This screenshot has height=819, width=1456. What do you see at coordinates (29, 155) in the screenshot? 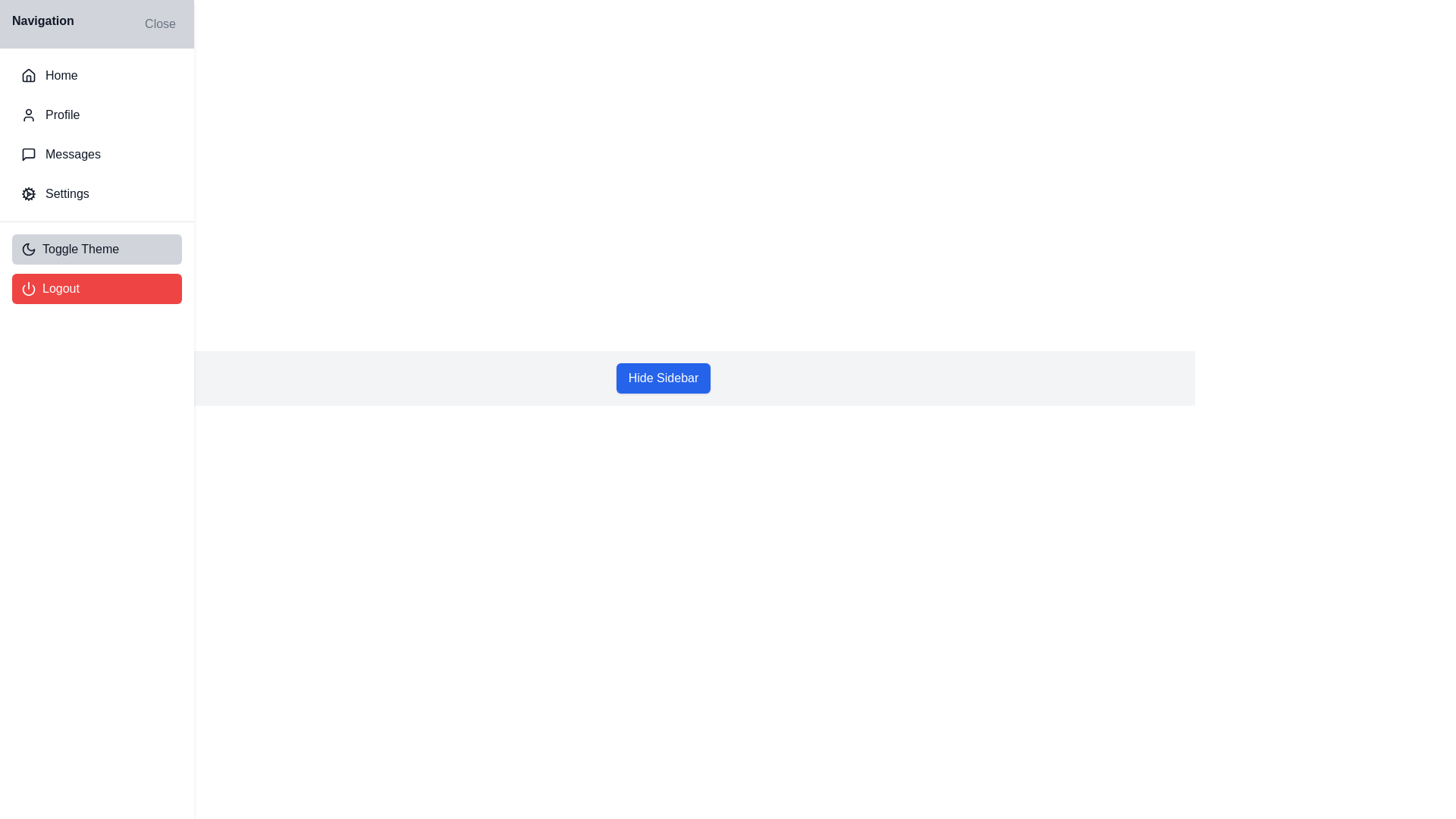
I see `the speech bubble icon in the 'Messages' button located to the left of the text 'Messages'` at bounding box center [29, 155].